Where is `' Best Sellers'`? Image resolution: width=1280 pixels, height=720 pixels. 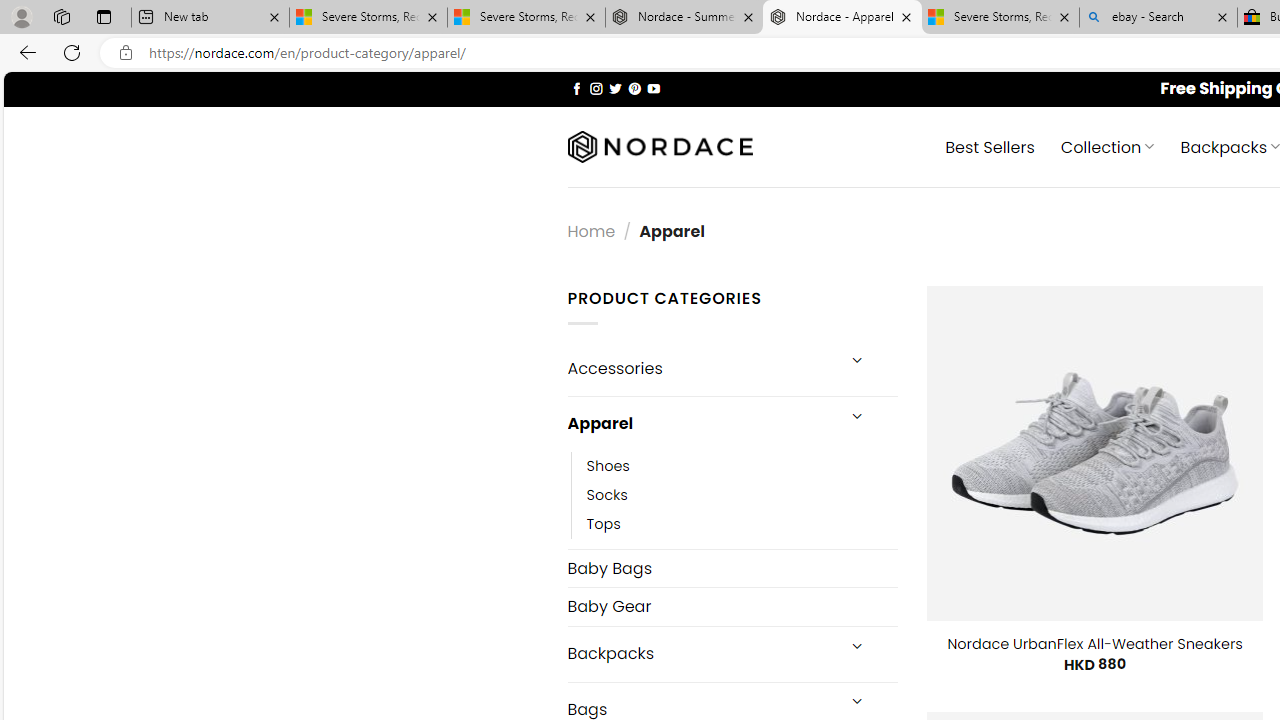 ' Best Sellers' is located at coordinates (990, 145).